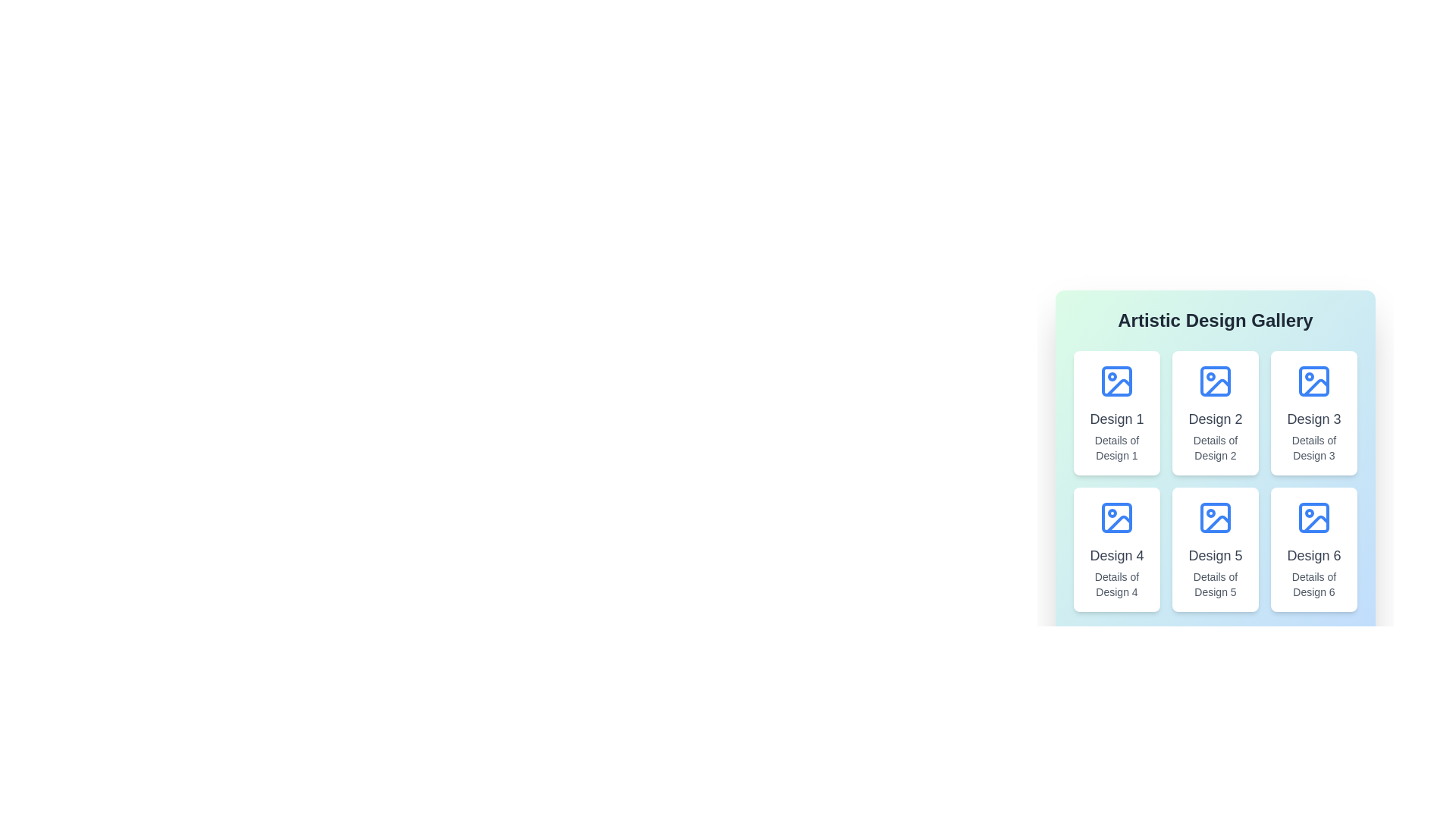 The width and height of the screenshot is (1456, 819). Describe the element at coordinates (1117, 584) in the screenshot. I see `static text that says 'Details of Design 4', which is part of the card for 'Design 4', located in the second row, first column of a grid layout` at that location.